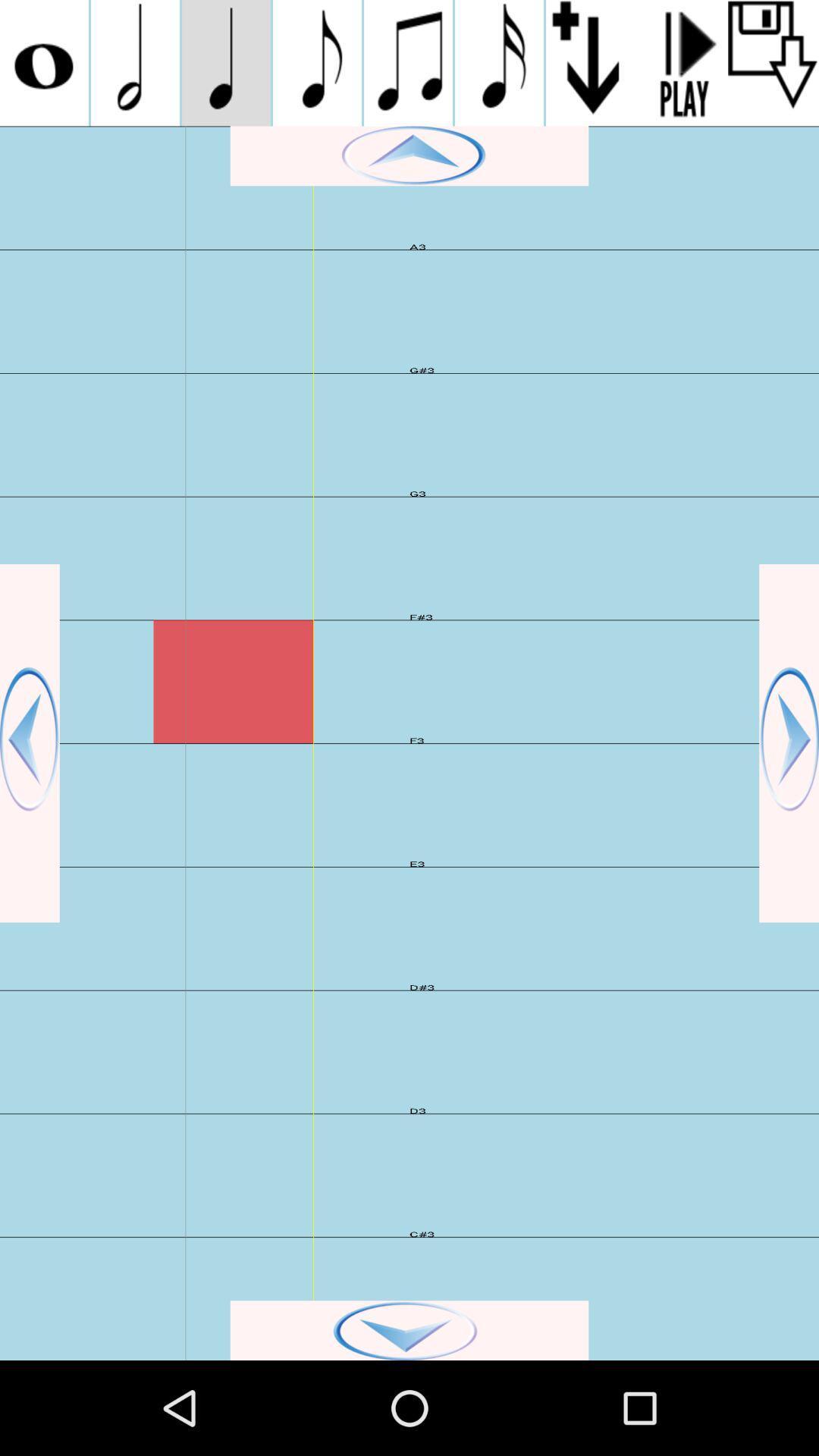 The image size is (819, 1456). What do you see at coordinates (43, 62) in the screenshot?
I see `whole note option` at bounding box center [43, 62].